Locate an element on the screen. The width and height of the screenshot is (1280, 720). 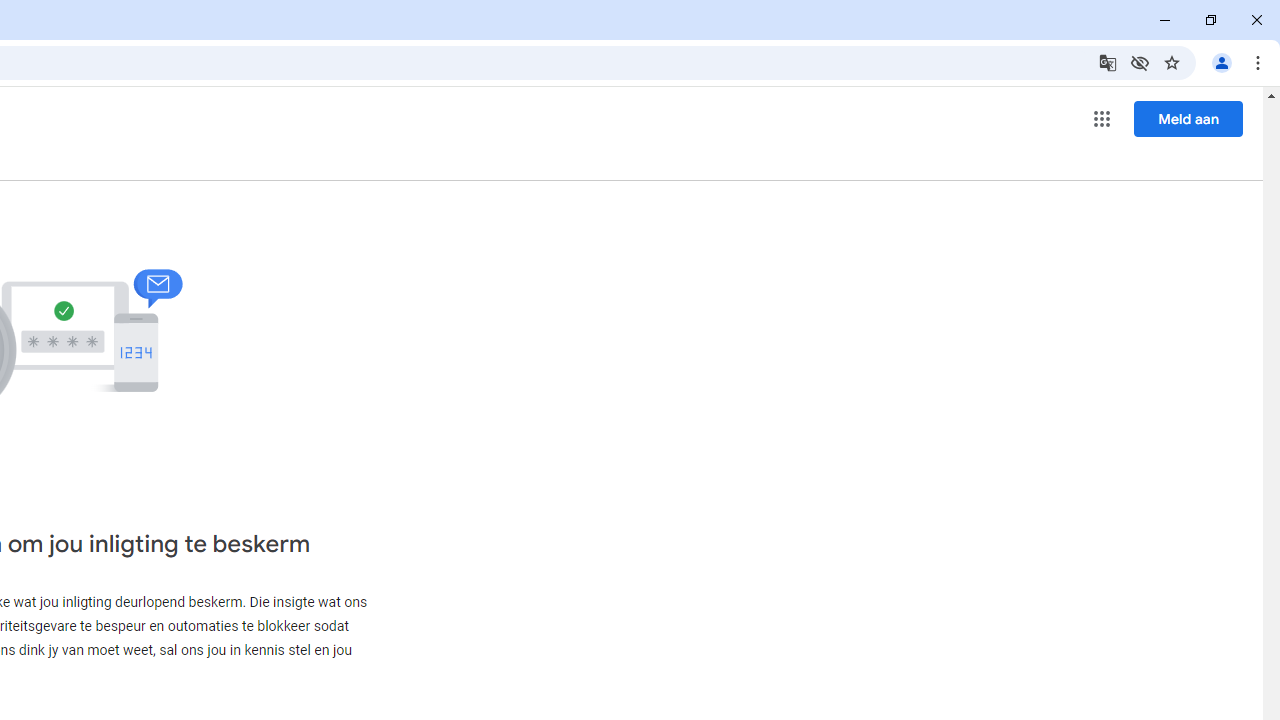
'Google-programme' is located at coordinates (1101, 119).